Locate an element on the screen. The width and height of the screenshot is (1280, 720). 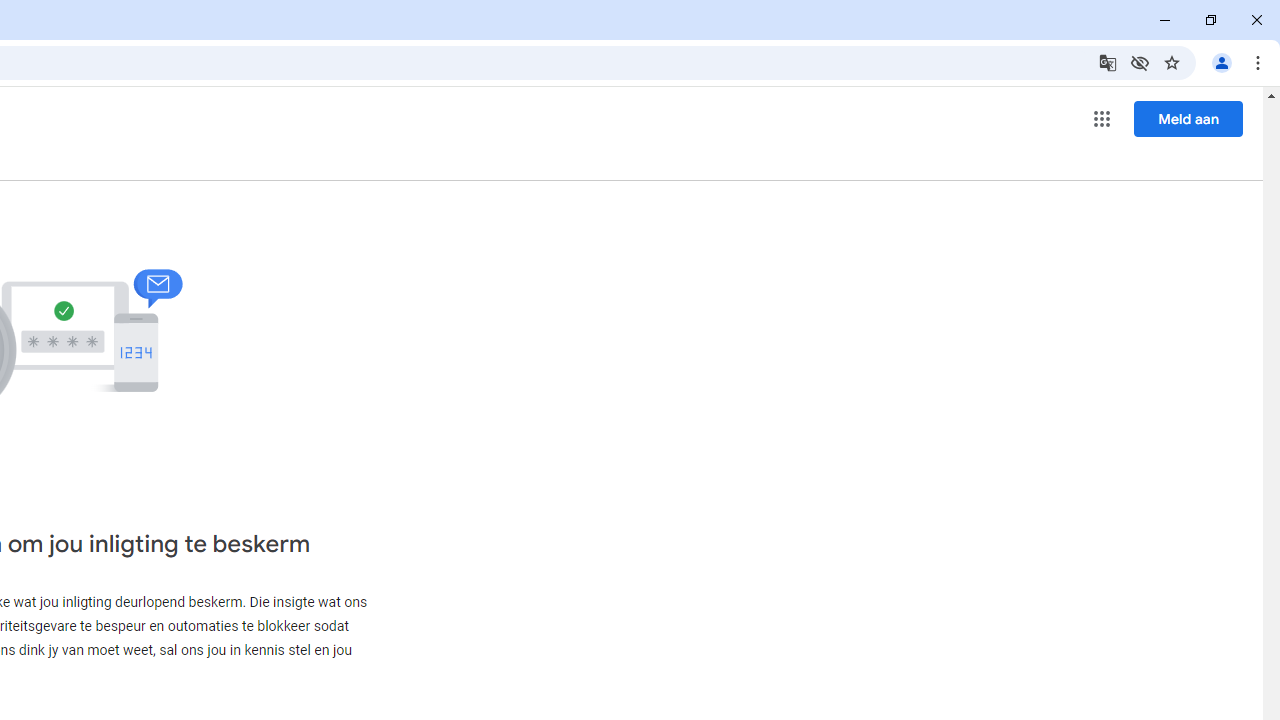
'Google-programme' is located at coordinates (1101, 119).